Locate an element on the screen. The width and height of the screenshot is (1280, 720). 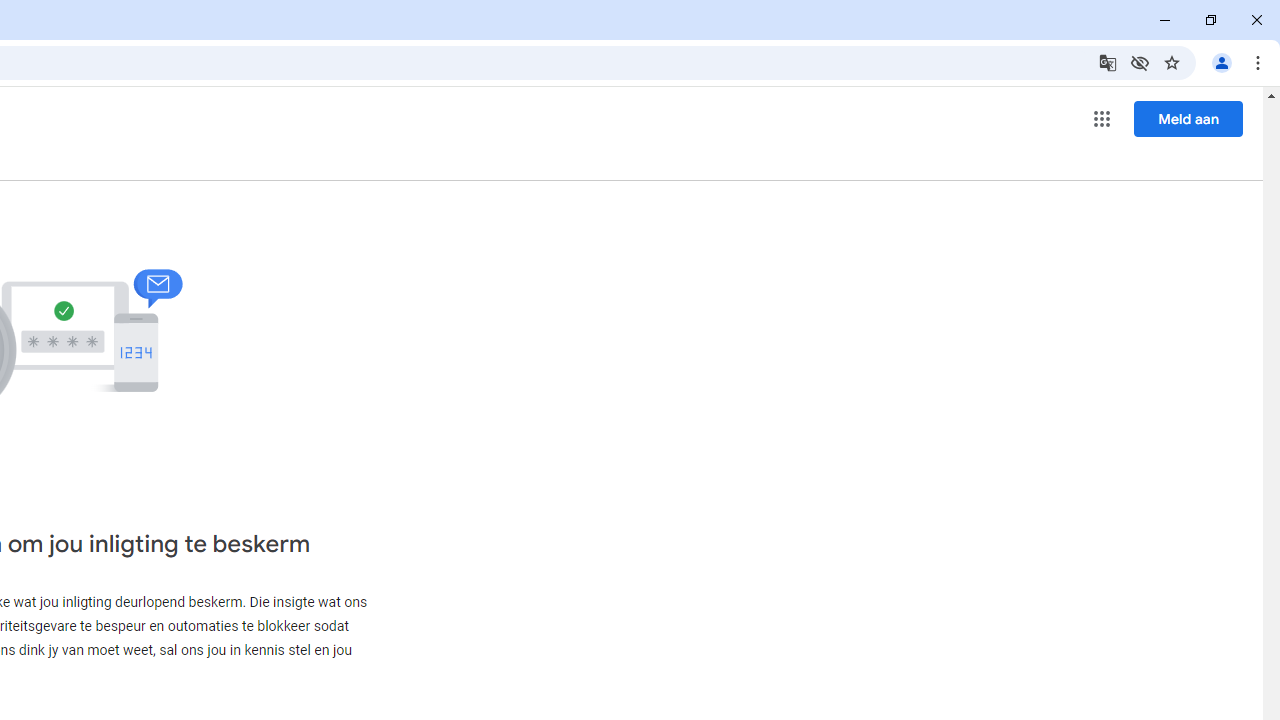
'Google-programme' is located at coordinates (1101, 119).